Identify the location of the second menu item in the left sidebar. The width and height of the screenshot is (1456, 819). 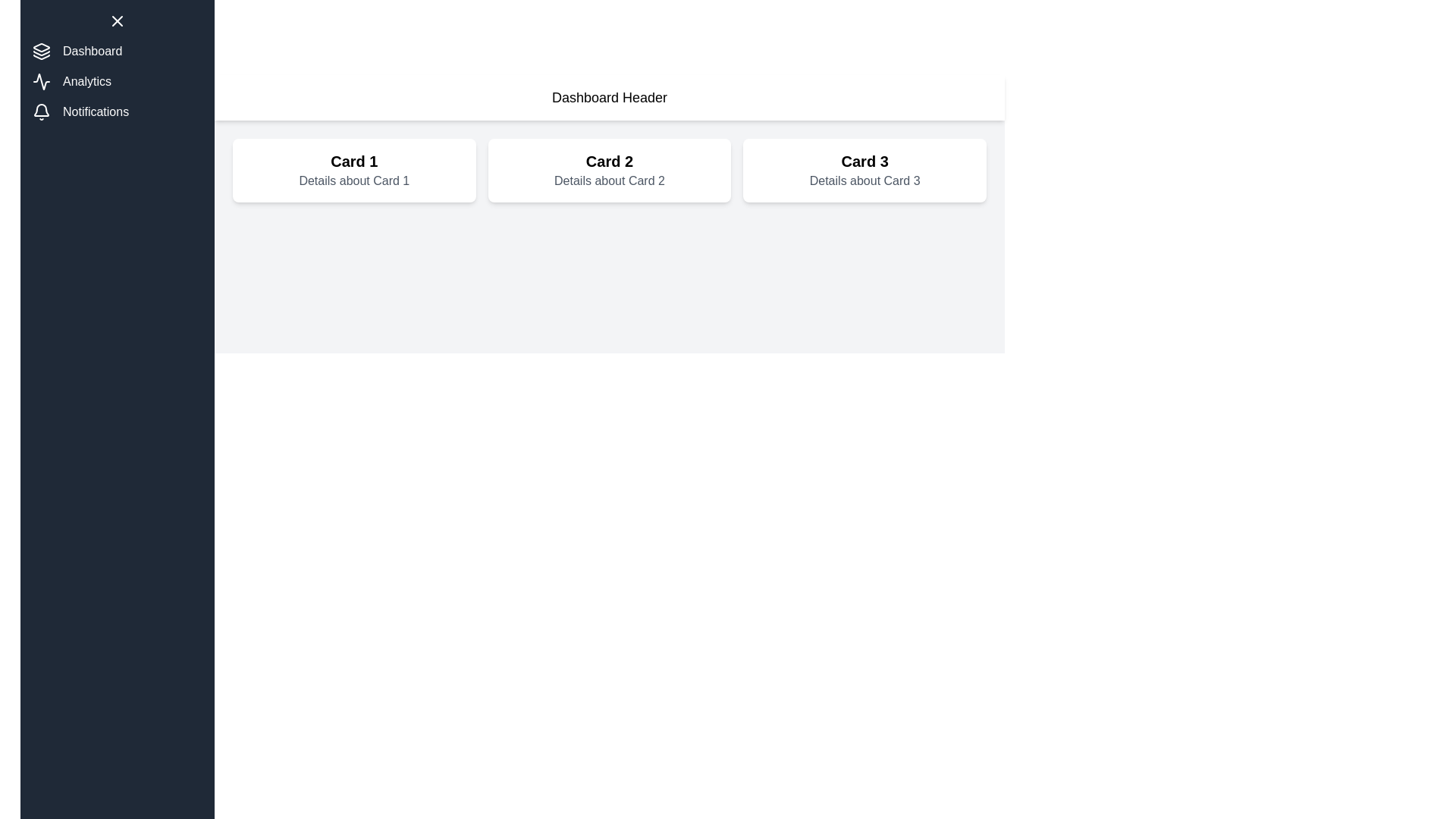
(116, 82).